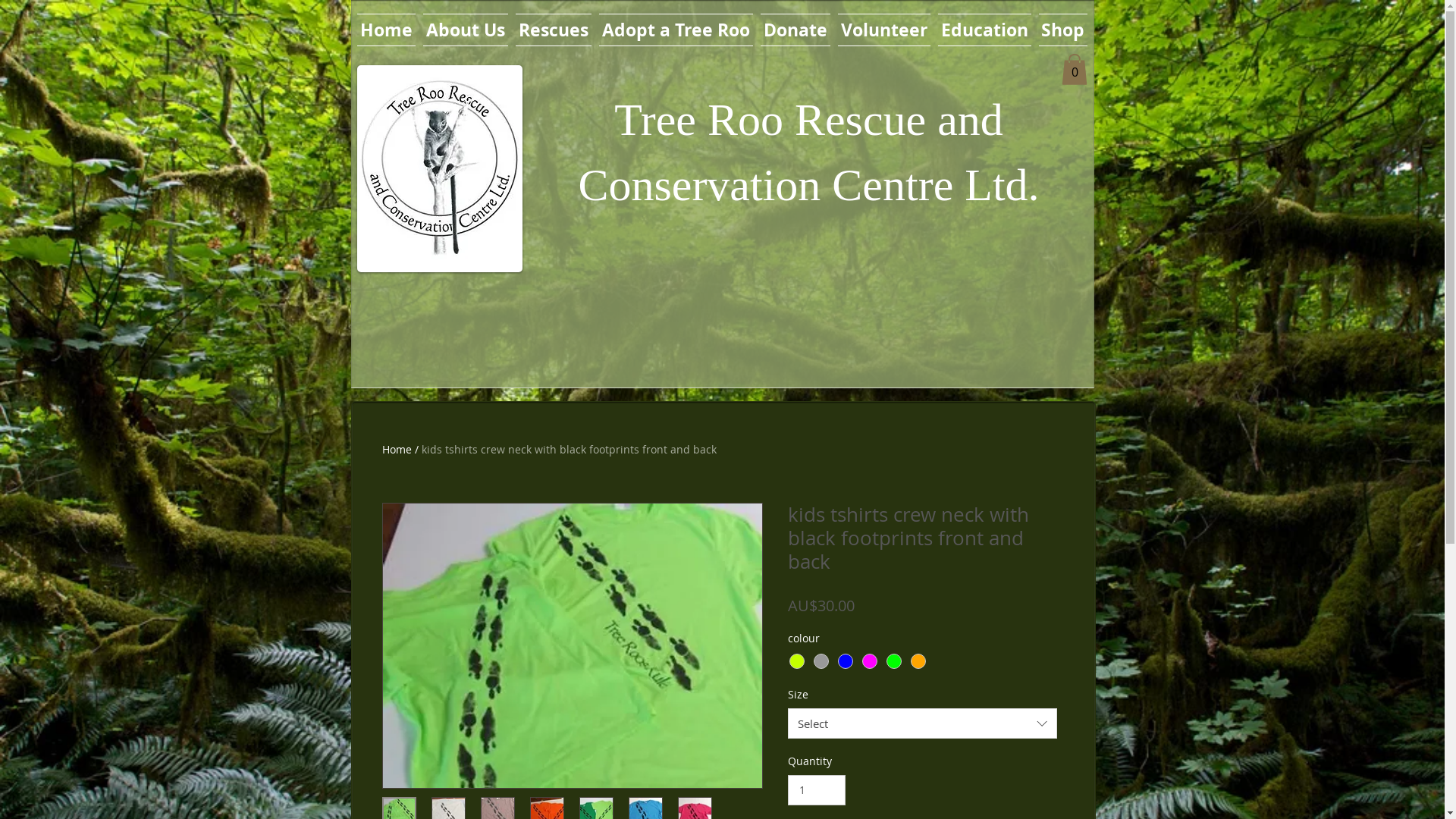  What do you see at coordinates (397, 448) in the screenshot?
I see `'Home'` at bounding box center [397, 448].